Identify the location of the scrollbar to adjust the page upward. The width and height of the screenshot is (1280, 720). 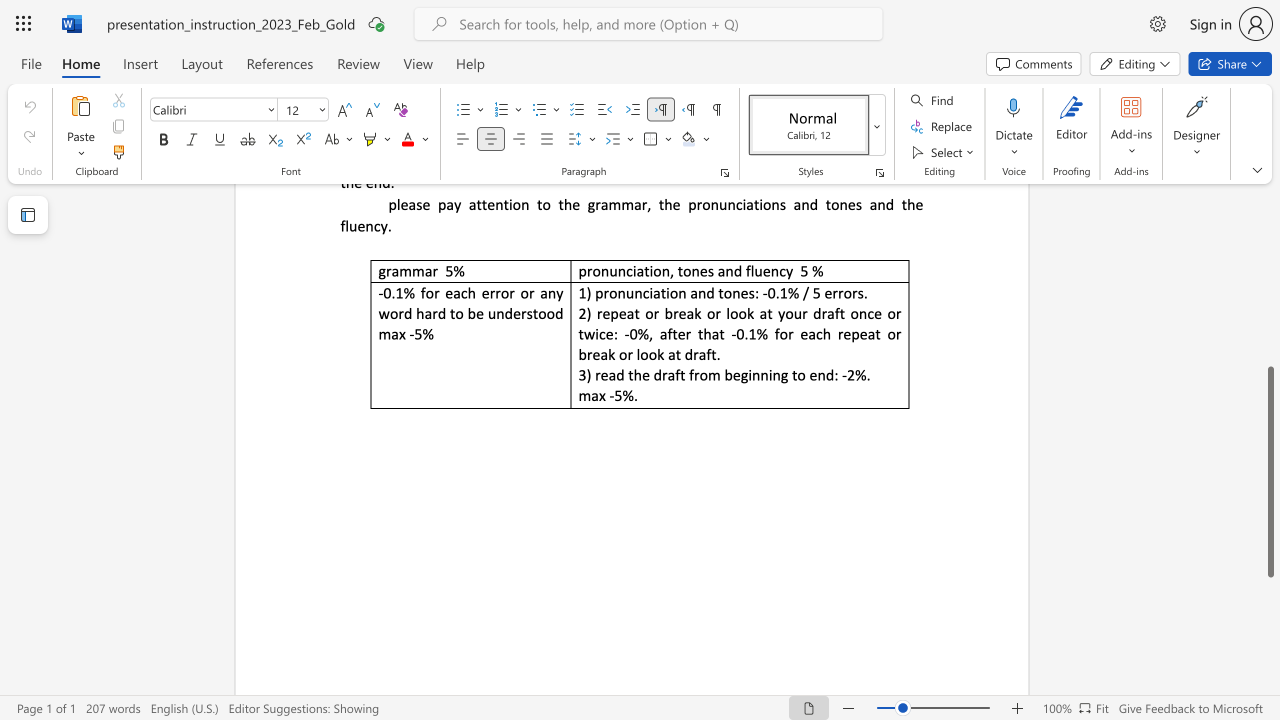
(1269, 318).